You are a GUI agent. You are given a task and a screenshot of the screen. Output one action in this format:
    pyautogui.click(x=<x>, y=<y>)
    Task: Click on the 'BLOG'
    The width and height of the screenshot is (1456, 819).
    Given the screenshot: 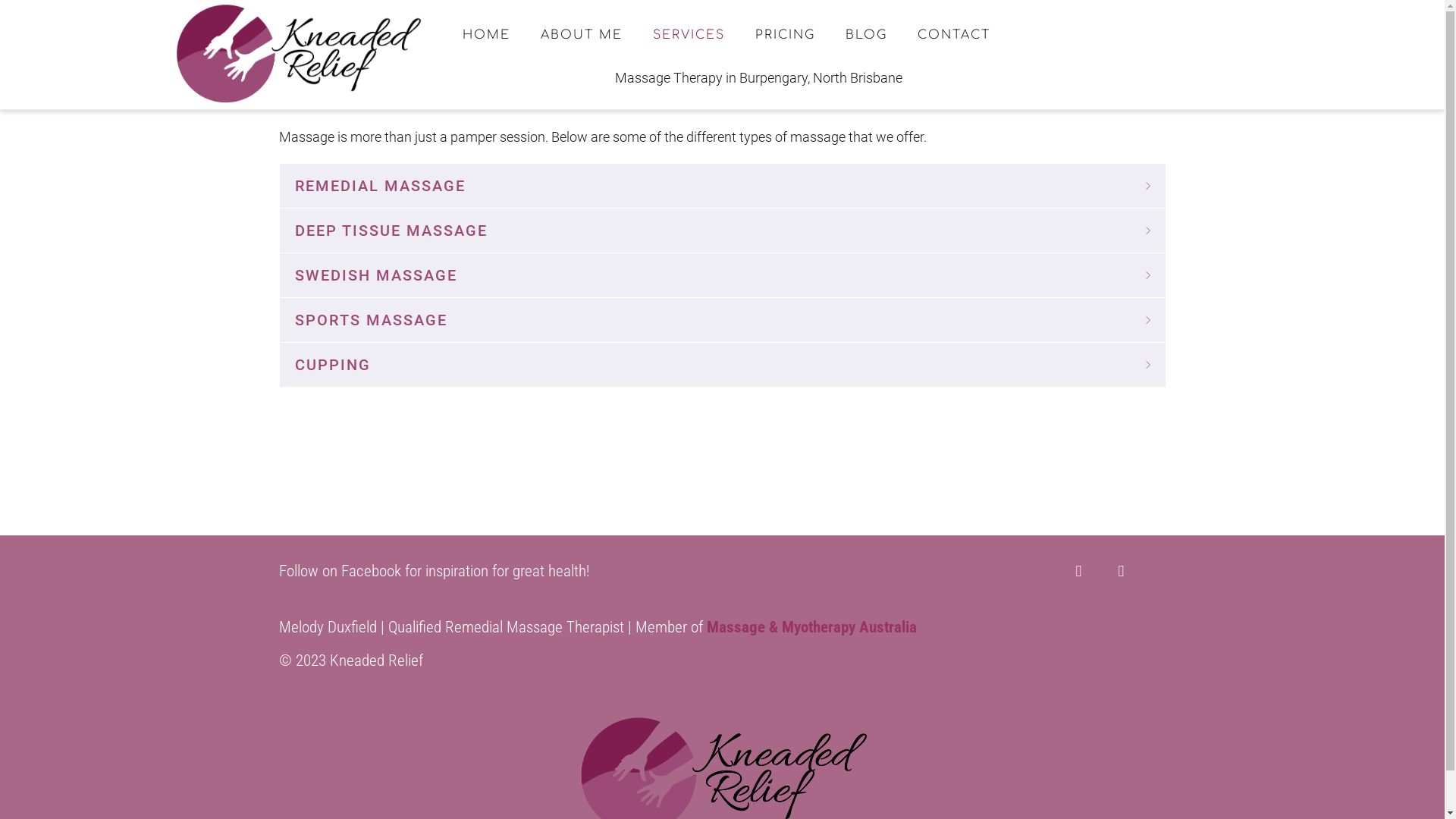 What is the action you would take?
    pyautogui.click(x=866, y=34)
    